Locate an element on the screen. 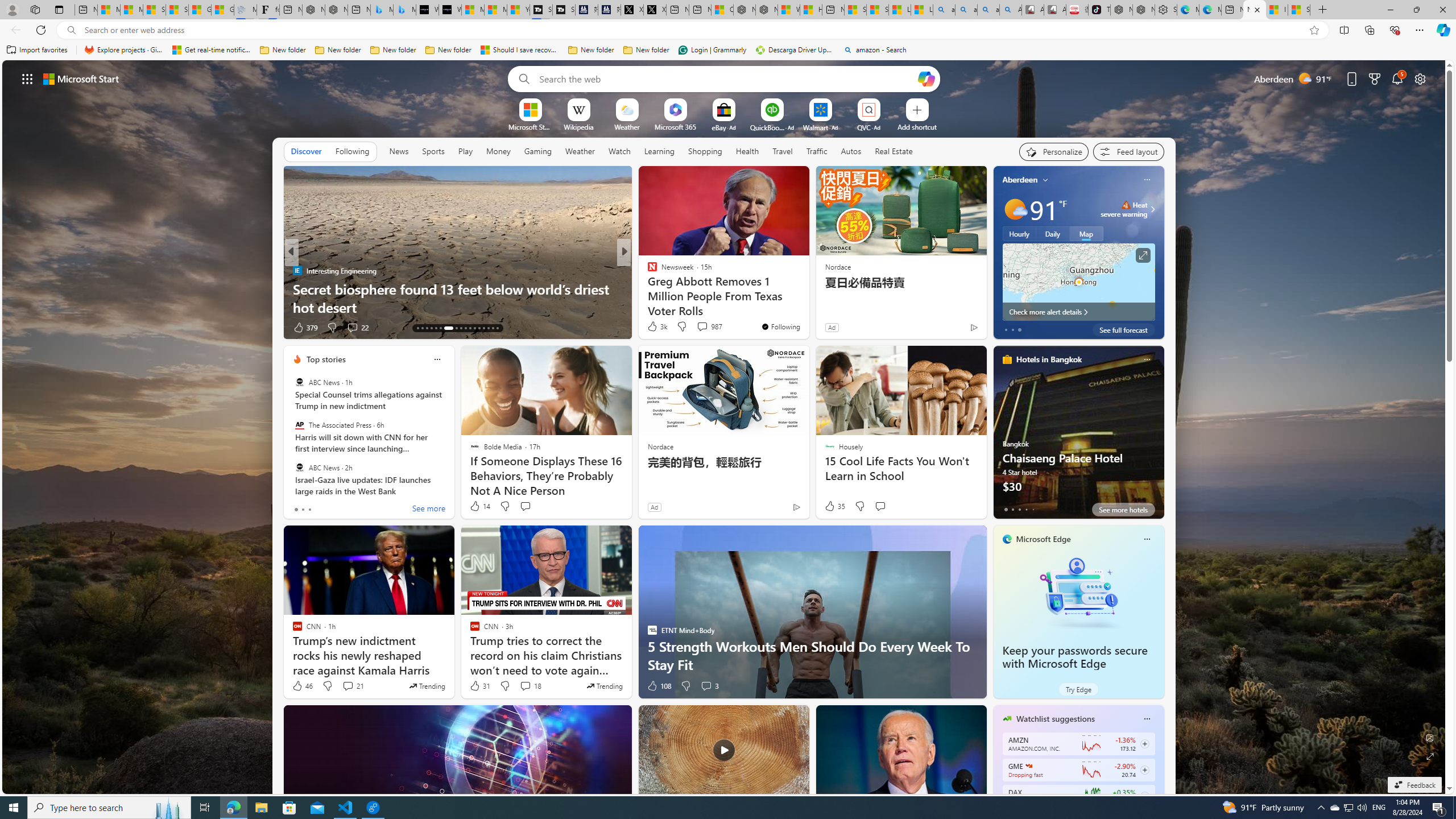 Image resolution: width=1456 pixels, height=819 pixels. 'Check more alert details' is located at coordinates (1078, 311).